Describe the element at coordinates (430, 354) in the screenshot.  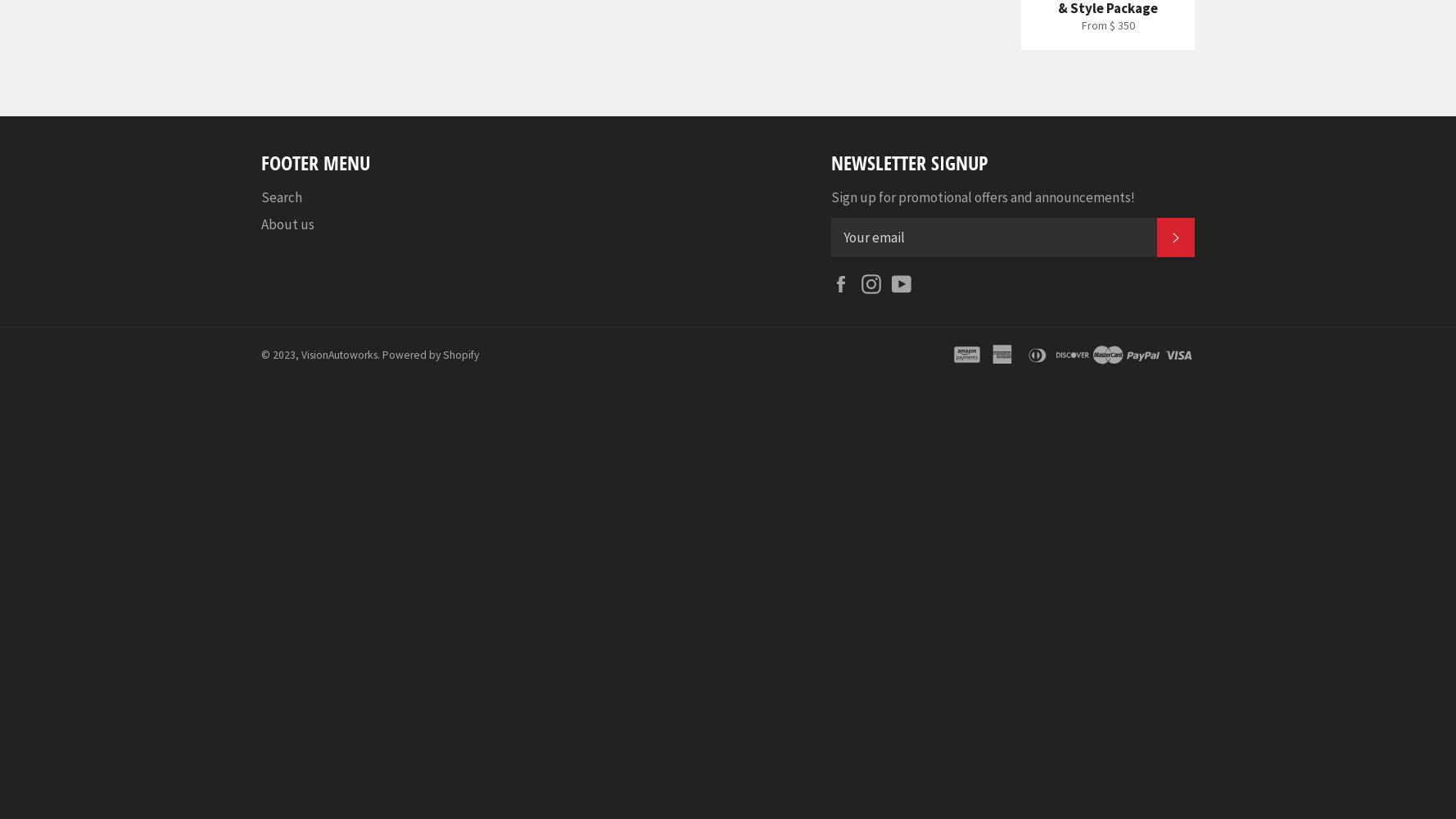
I see `'Powered by Shopify'` at that location.